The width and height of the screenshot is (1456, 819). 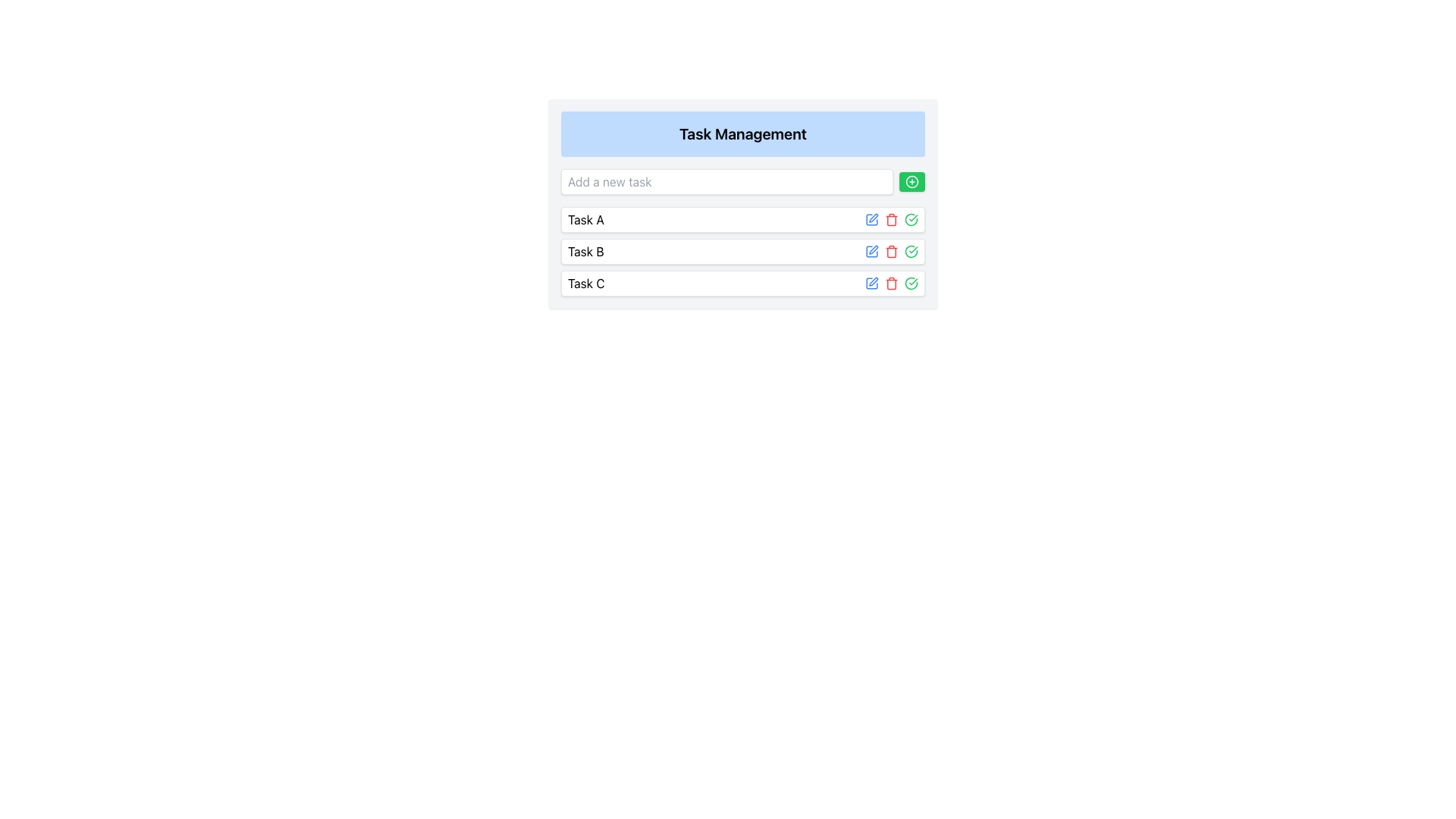 What do you see at coordinates (874, 218) in the screenshot?
I see `the edit button located to the right of the 'Task A' label to initiate editing` at bounding box center [874, 218].